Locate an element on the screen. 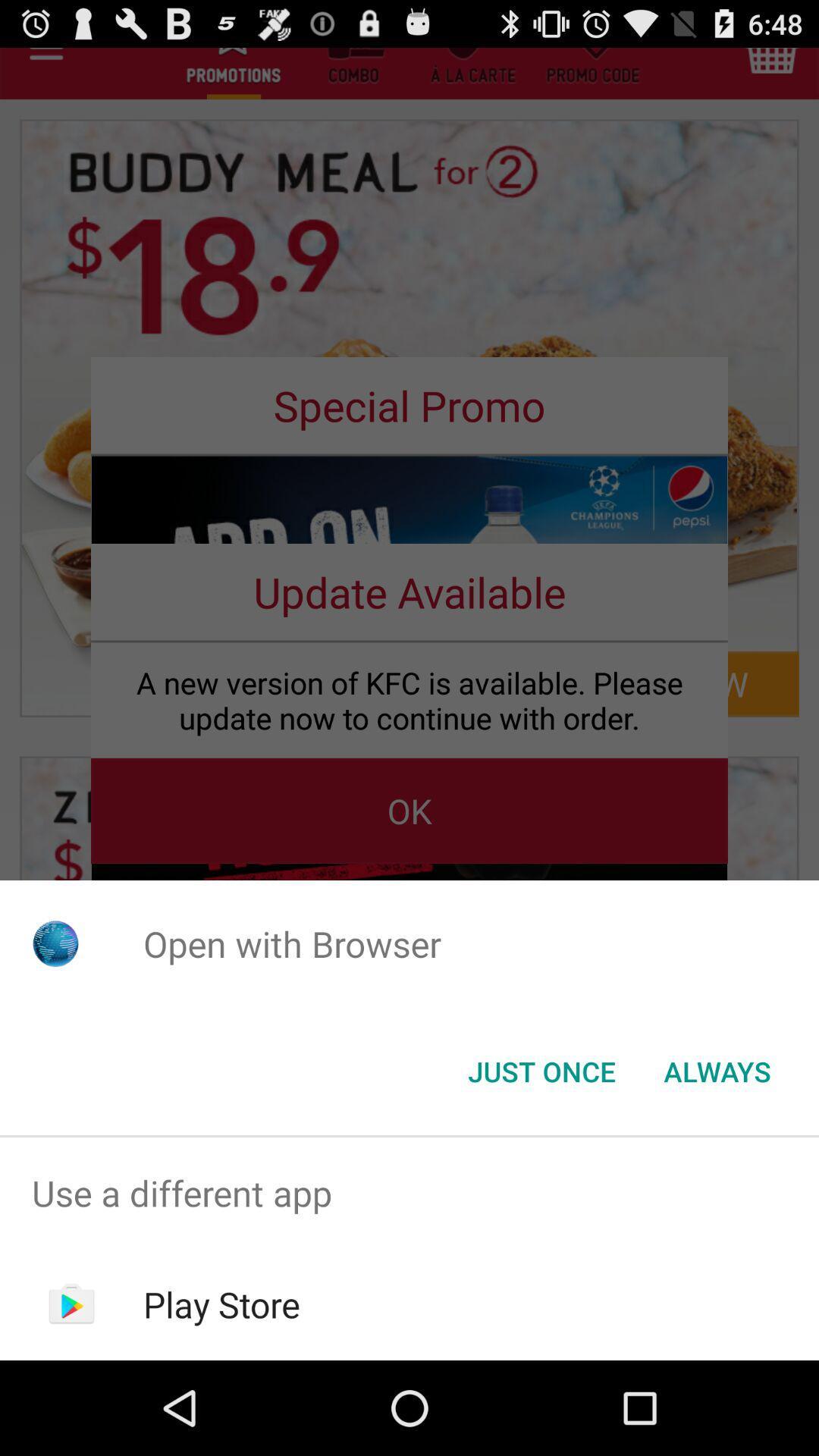 This screenshot has height=1456, width=819. use a different is located at coordinates (409, 1192).